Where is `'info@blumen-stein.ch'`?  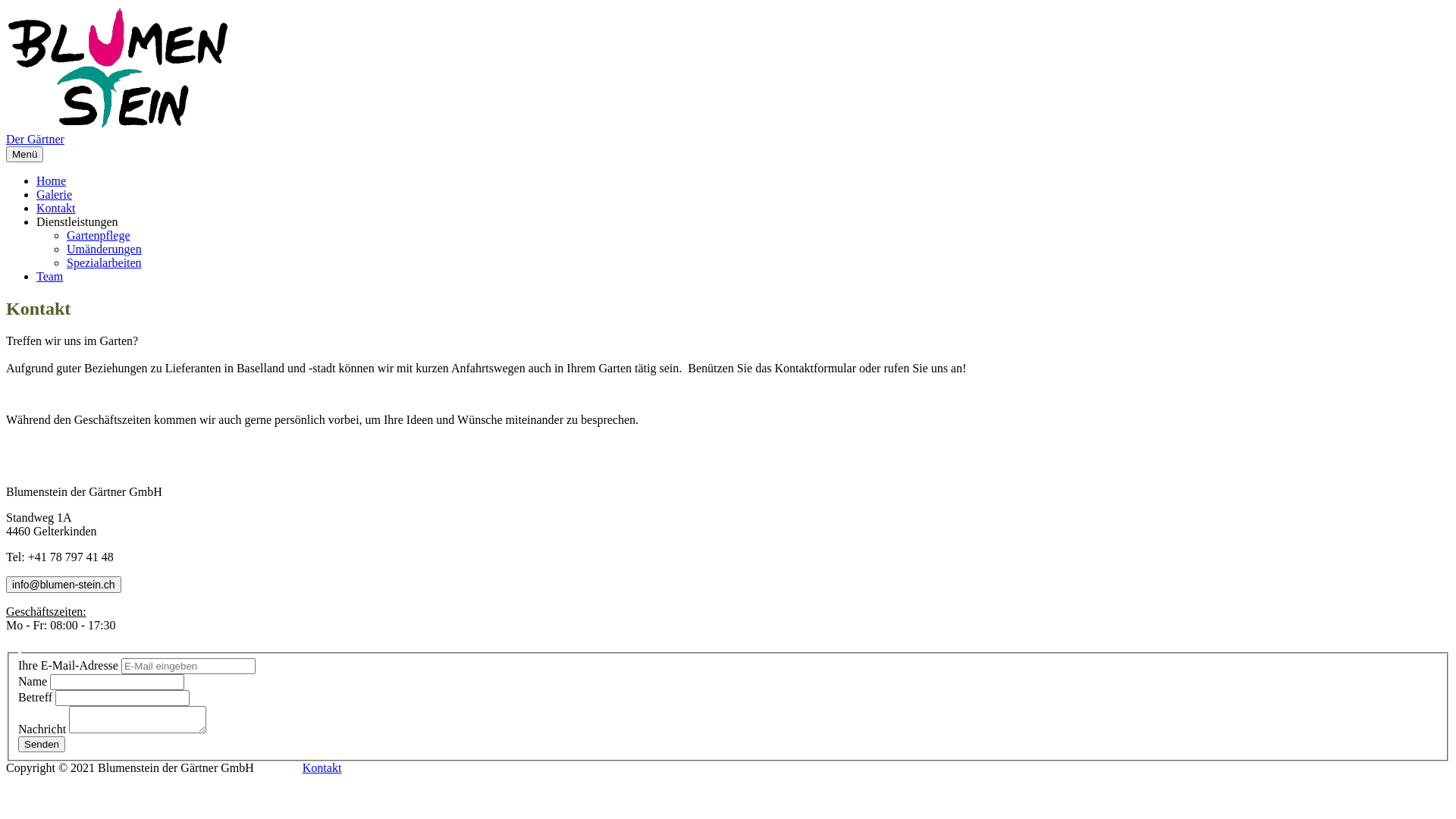
'info@blumen-stein.ch' is located at coordinates (6, 584).